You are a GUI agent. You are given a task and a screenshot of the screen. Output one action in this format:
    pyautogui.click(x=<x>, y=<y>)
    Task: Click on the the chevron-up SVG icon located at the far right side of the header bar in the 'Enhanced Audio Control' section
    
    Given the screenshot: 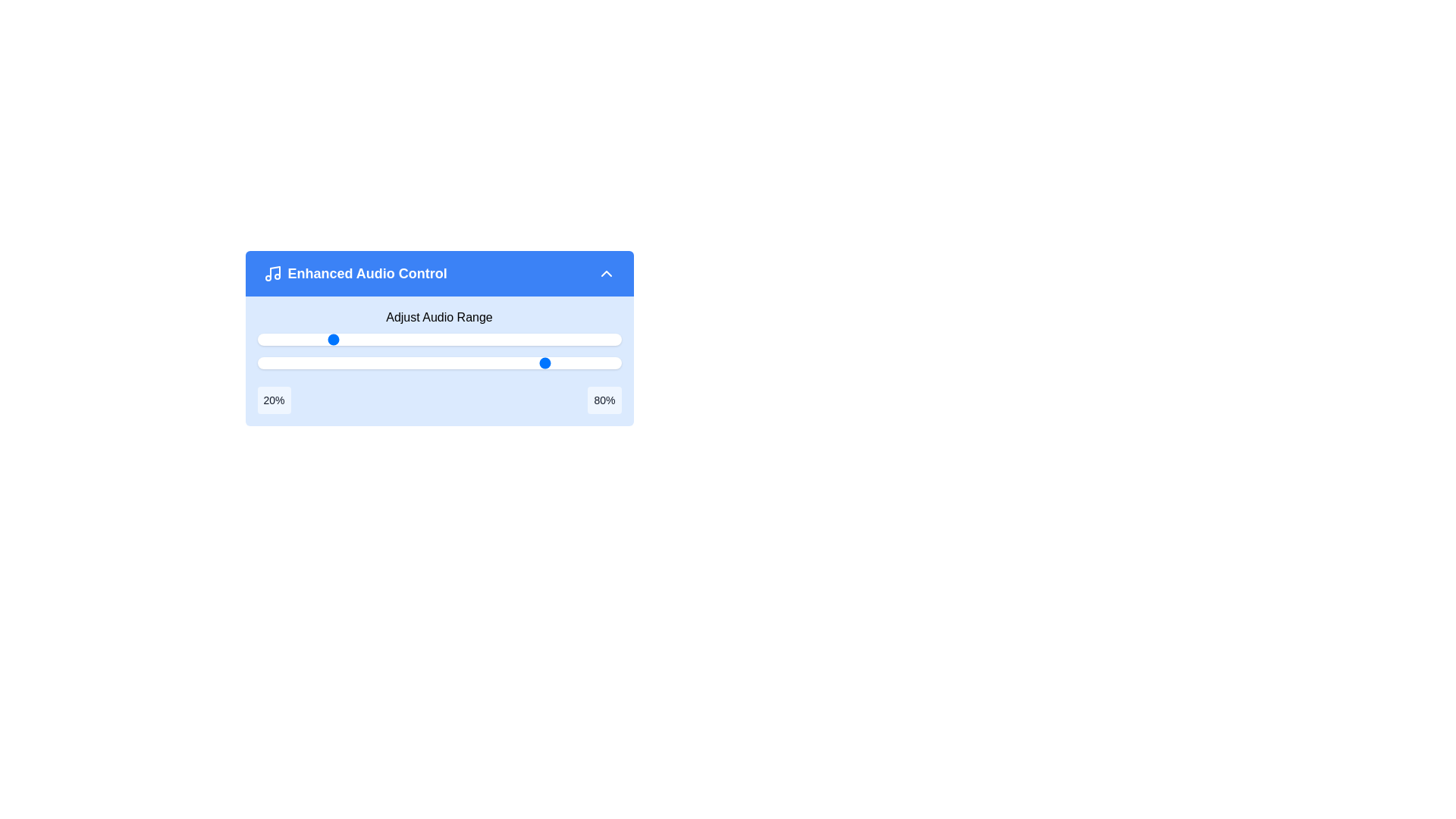 What is the action you would take?
    pyautogui.click(x=605, y=274)
    